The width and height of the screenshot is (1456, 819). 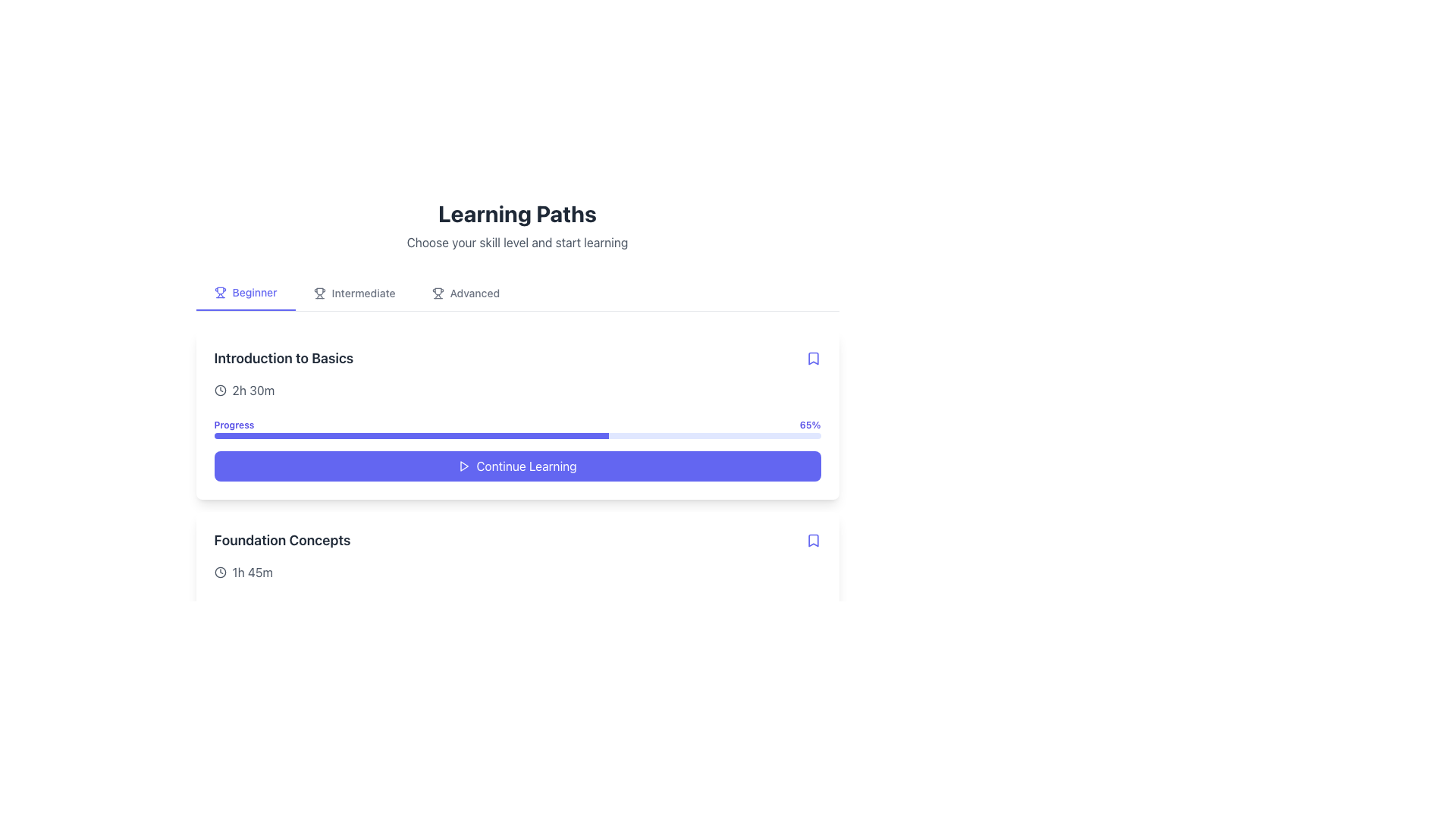 I want to click on the bold text label 'Learning Paths', which is prominently displayed at the top of the section, indicating a header role, so click(x=517, y=213).